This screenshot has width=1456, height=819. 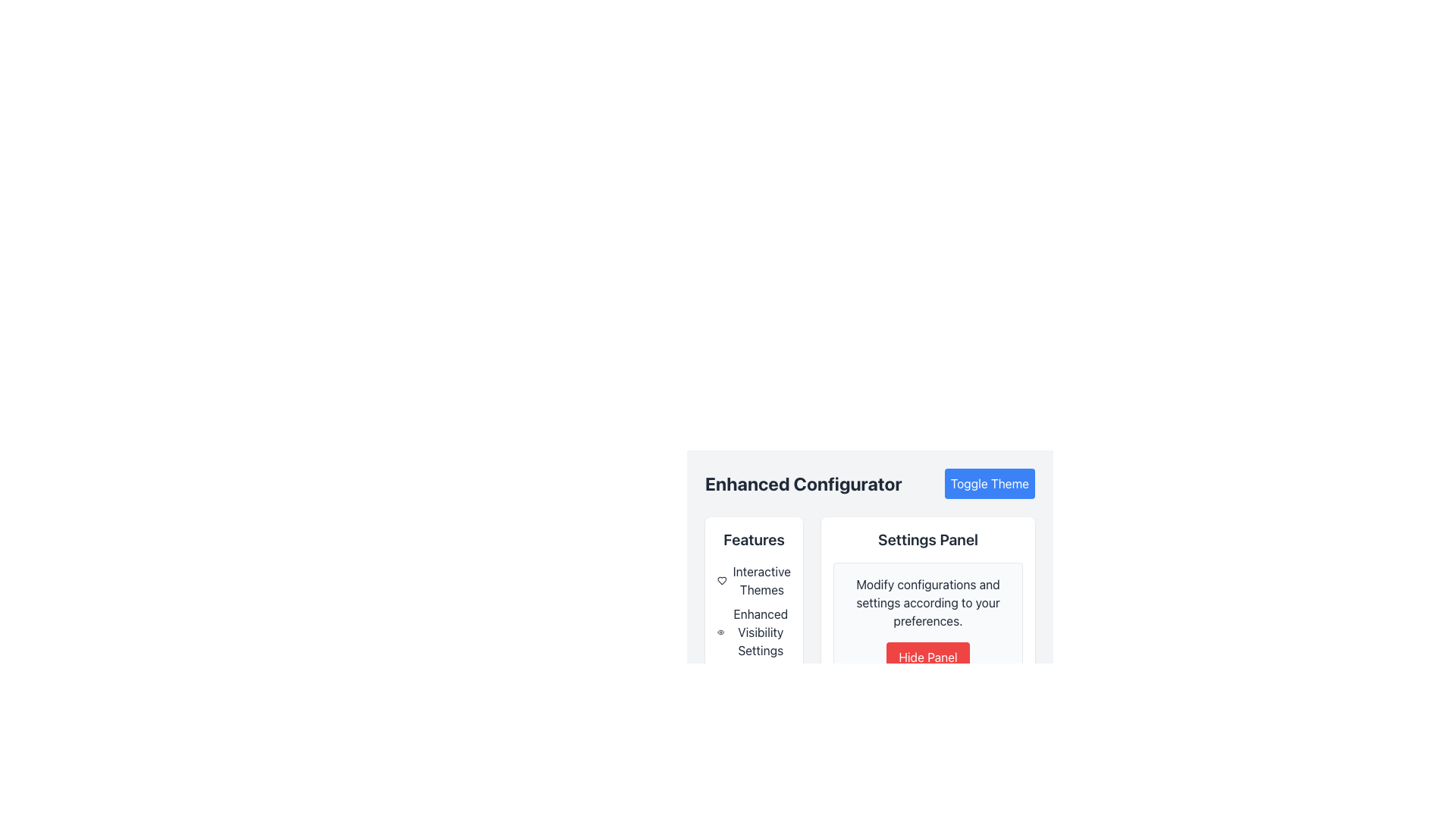 I want to click on the label that identifies a configuration option related to visibility settings, which is the second item in the list under the 'Features' header, so click(x=754, y=632).